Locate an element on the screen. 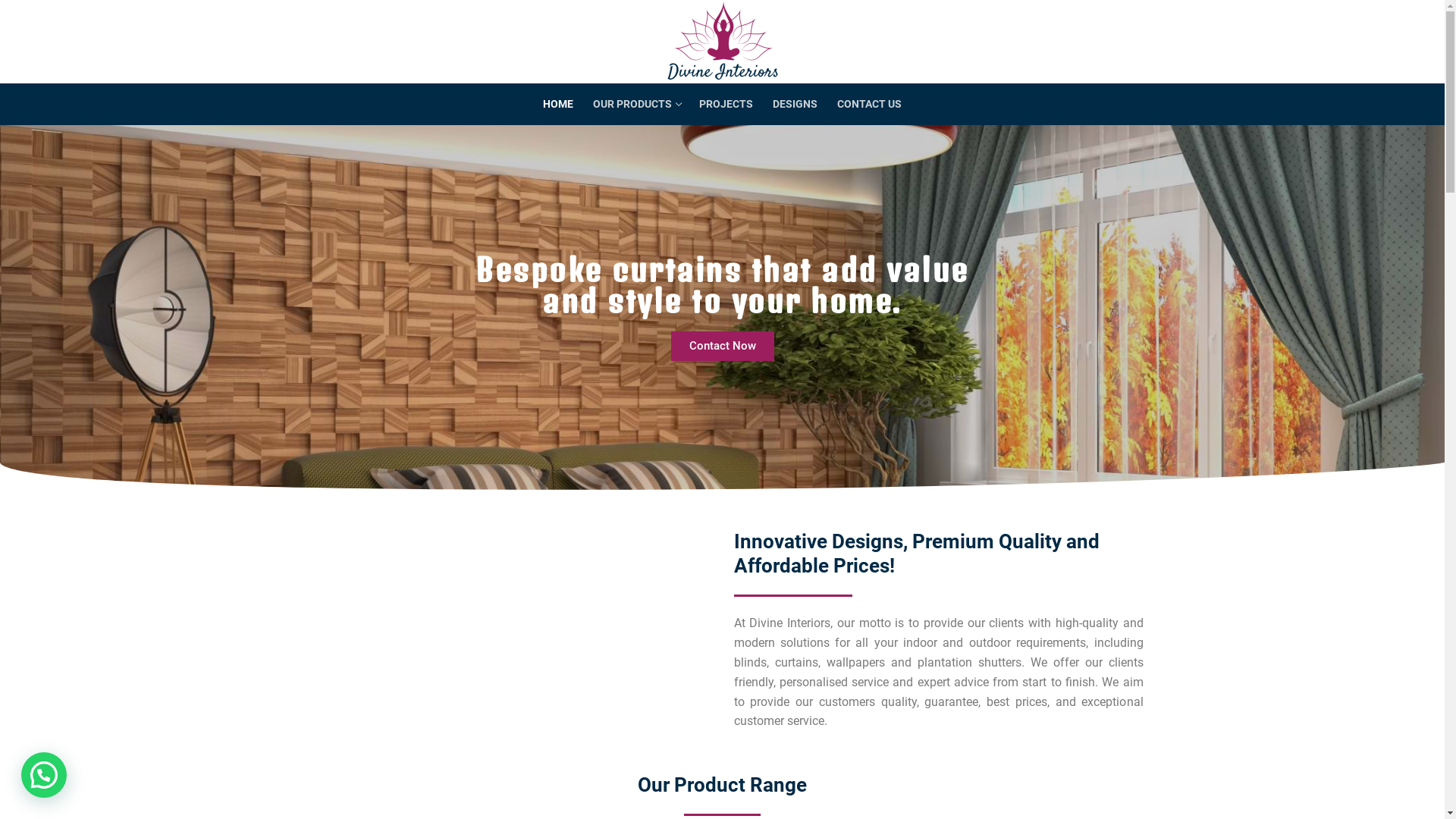  'OUR PRODUCTS is located at coordinates (582, 104).